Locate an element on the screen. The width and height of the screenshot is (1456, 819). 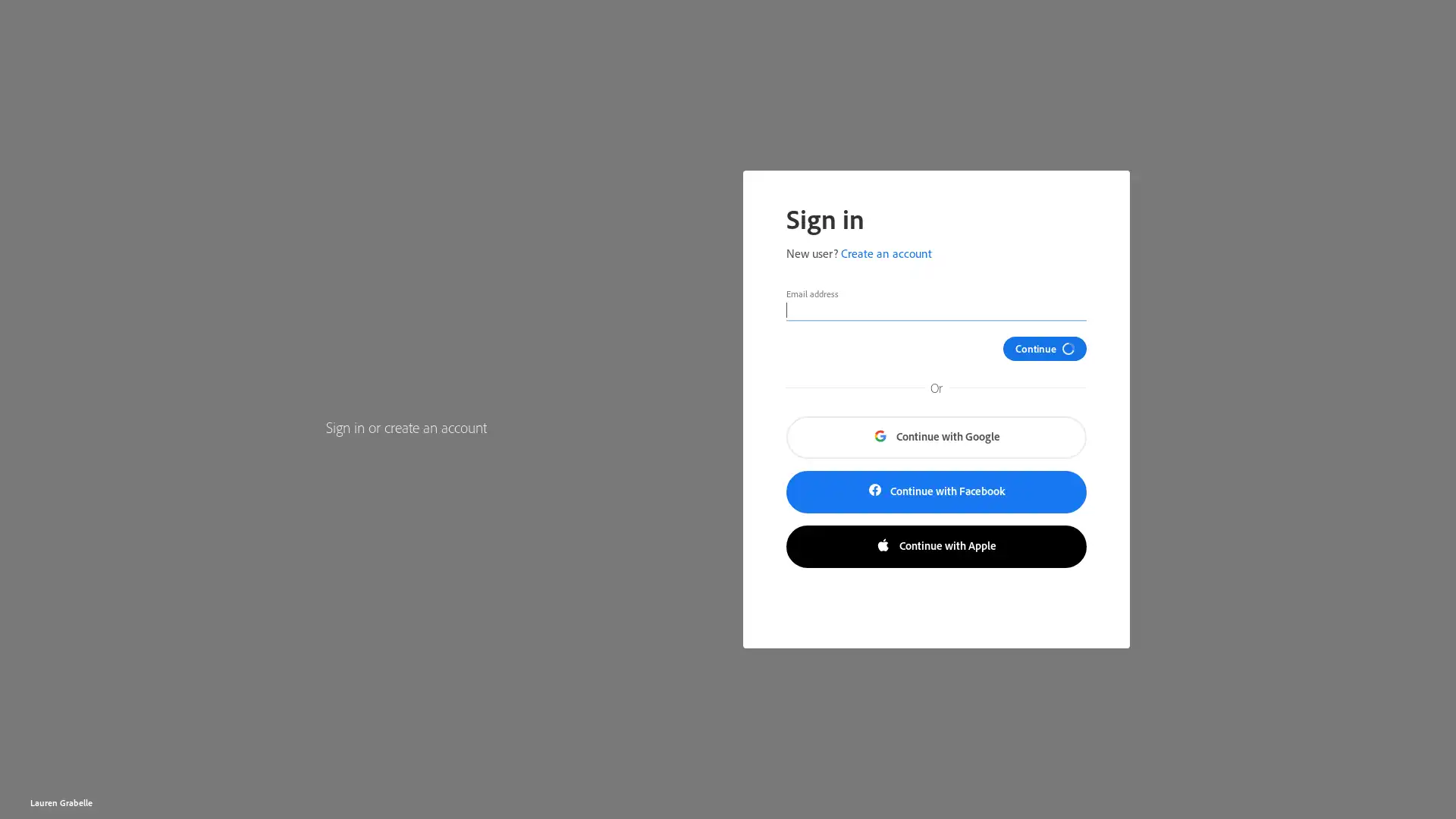
Continue with Apple is located at coordinates (935, 547).